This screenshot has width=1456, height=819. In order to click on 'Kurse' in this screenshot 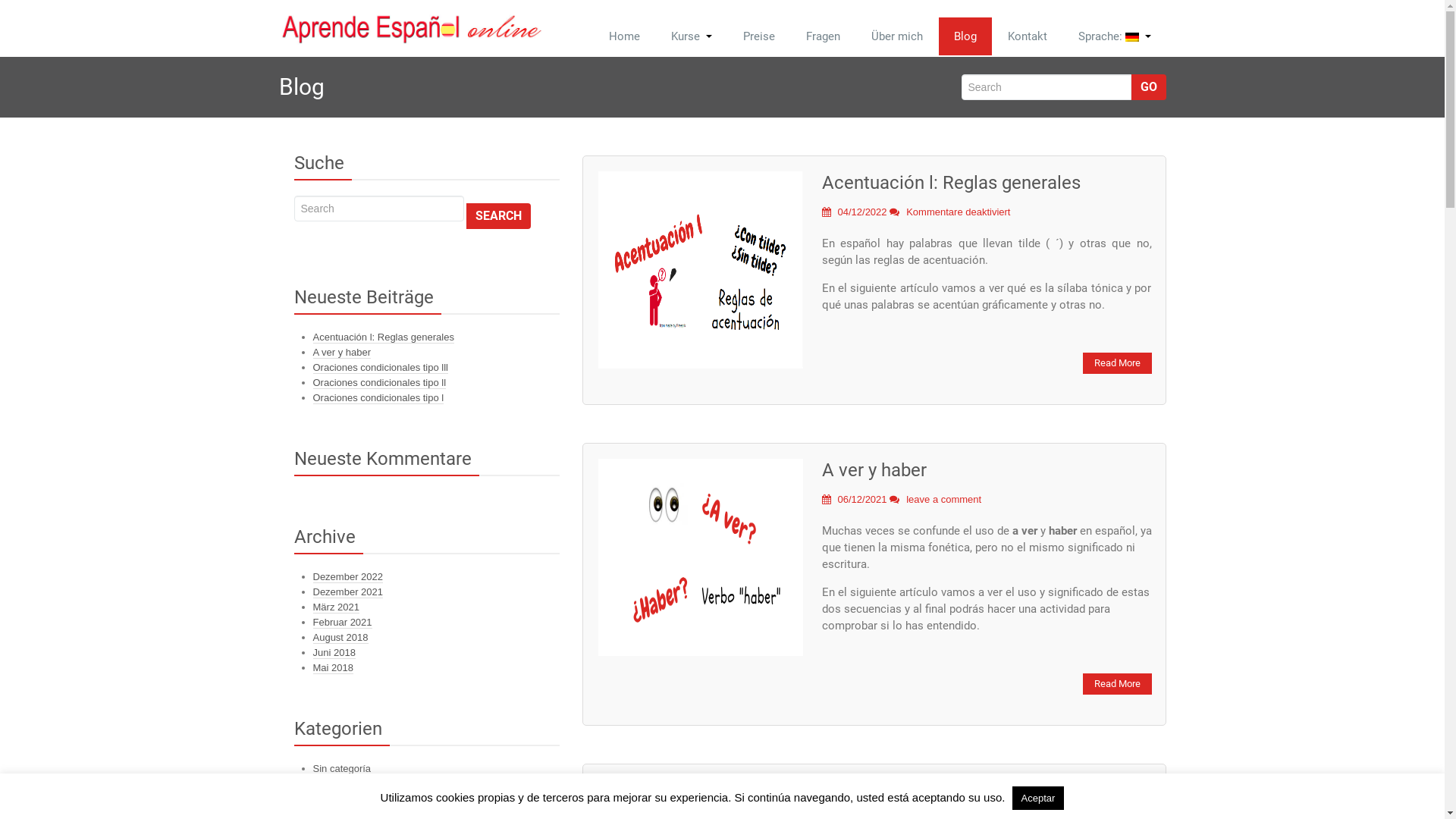, I will do `click(690, 35)`.